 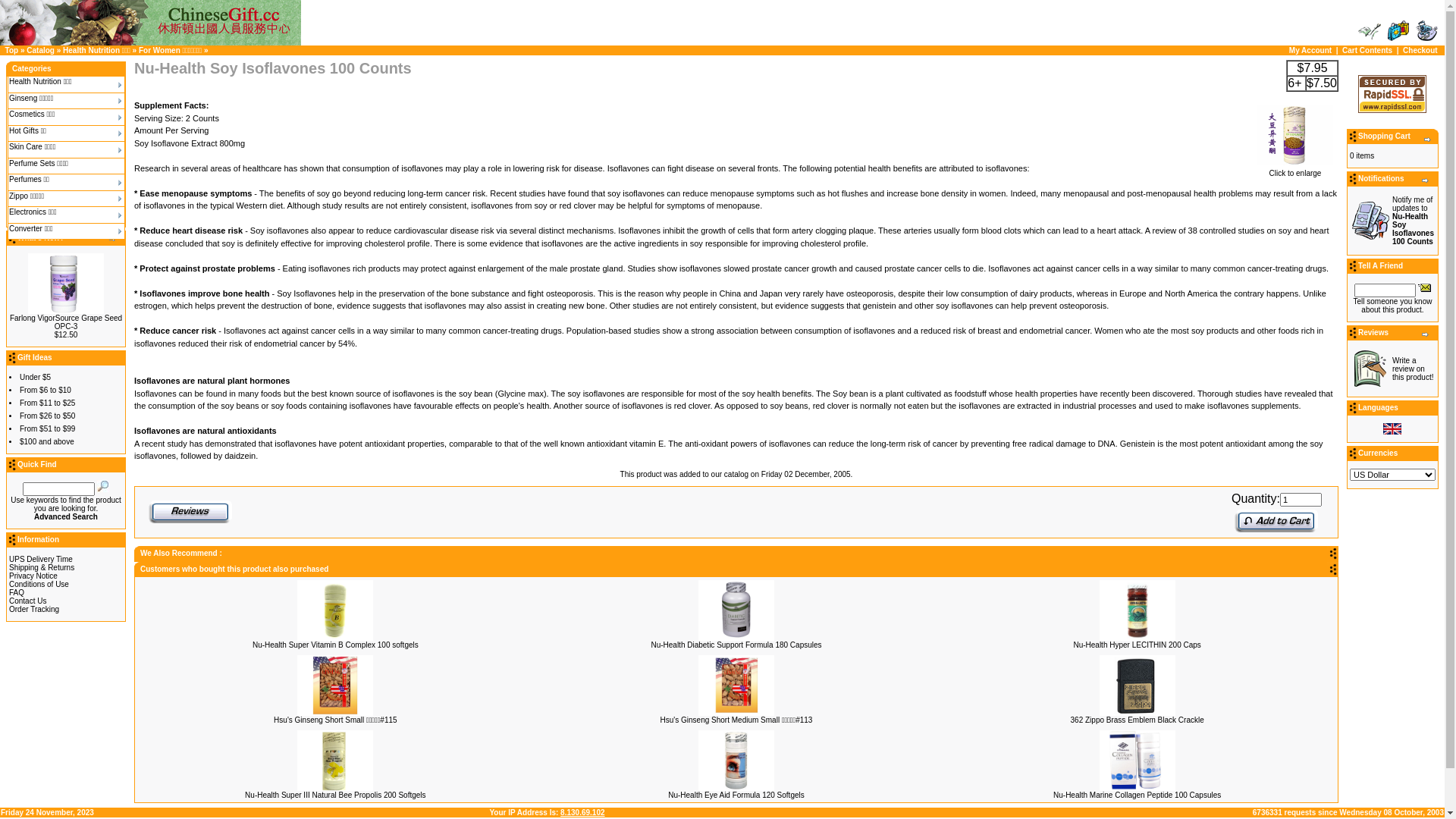 I want to click on ' English ', so click(x=1392, y=428).